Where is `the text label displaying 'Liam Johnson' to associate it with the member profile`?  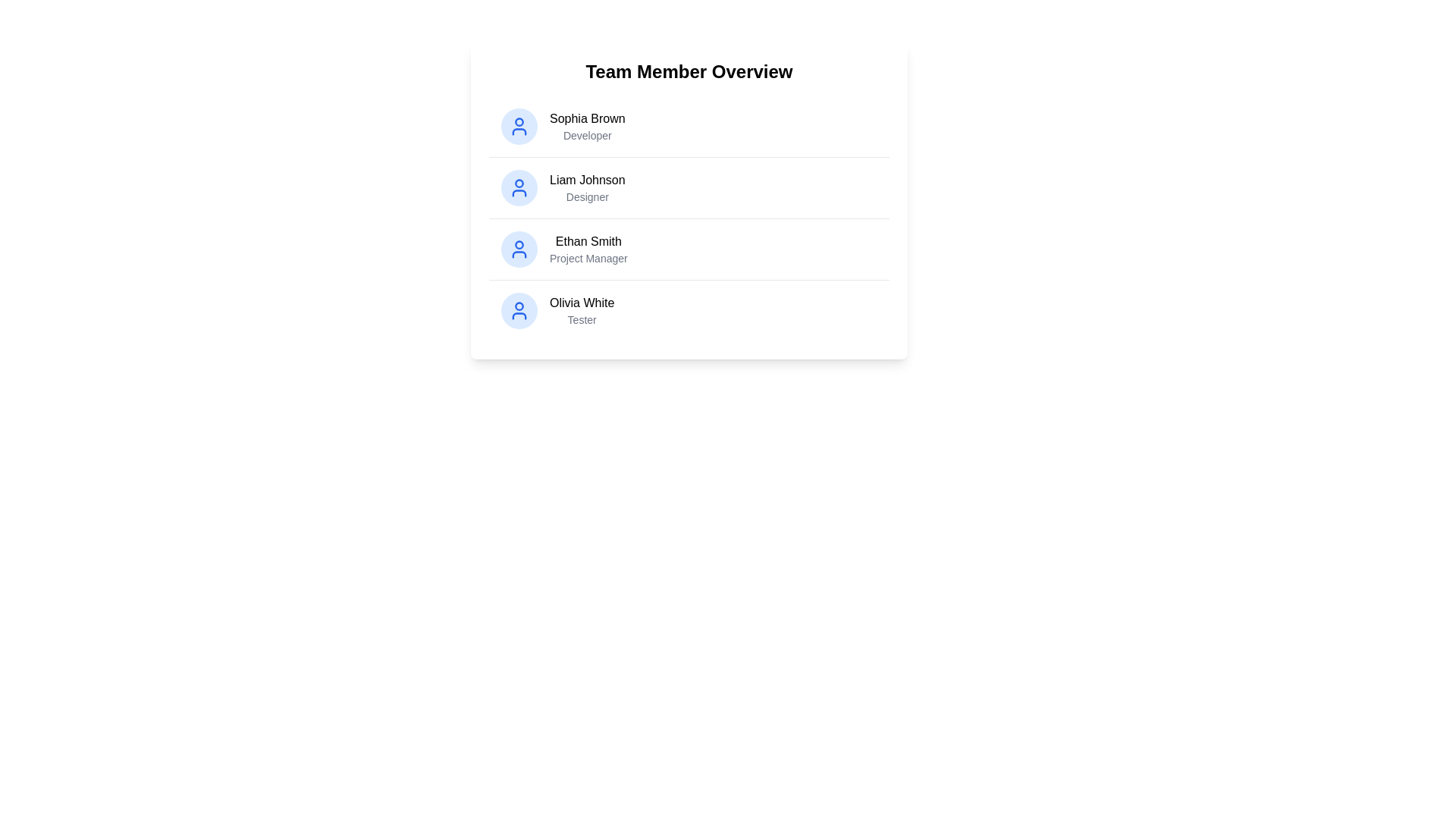 the text label displaying 'Liam Johnson' to associate it with the member profile is located at coordinates (586, 180).